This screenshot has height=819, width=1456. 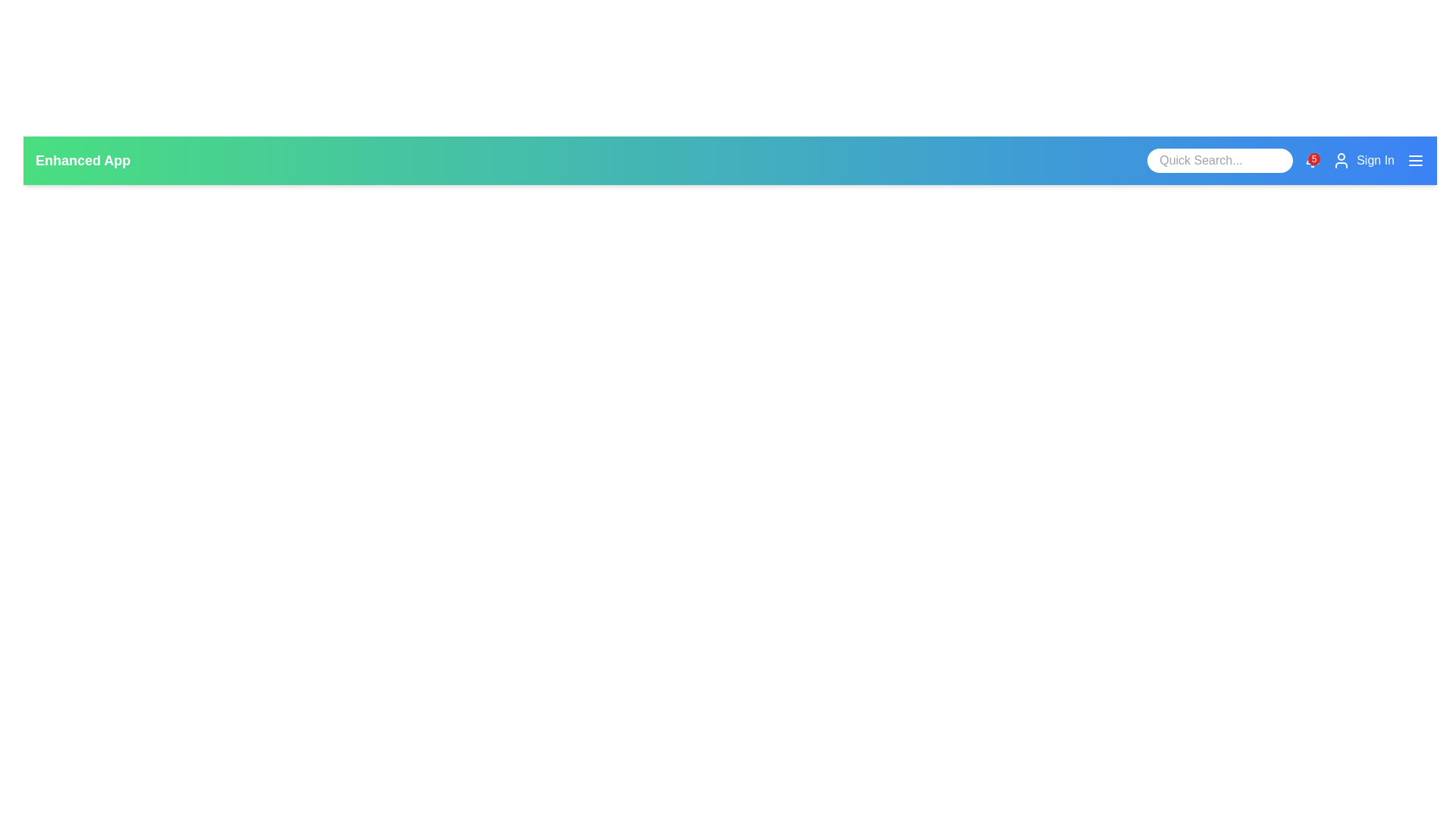 What do you see at coordinates (1415, 161) in the screenshot?
I see `the menu button located at the far right of the app bar` at bounding box center [1415, 161].